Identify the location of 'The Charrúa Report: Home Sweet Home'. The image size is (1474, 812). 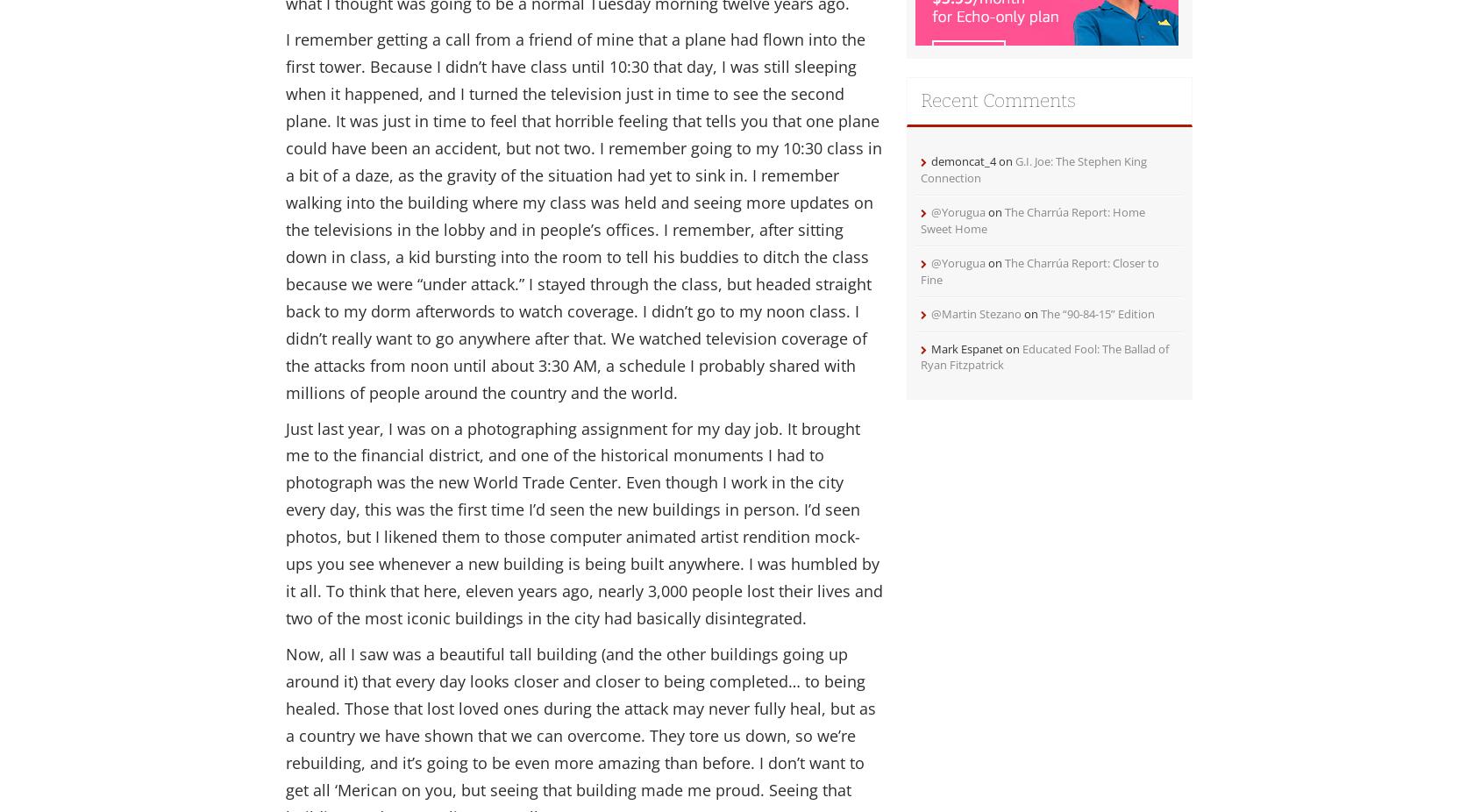
(1032, 220).